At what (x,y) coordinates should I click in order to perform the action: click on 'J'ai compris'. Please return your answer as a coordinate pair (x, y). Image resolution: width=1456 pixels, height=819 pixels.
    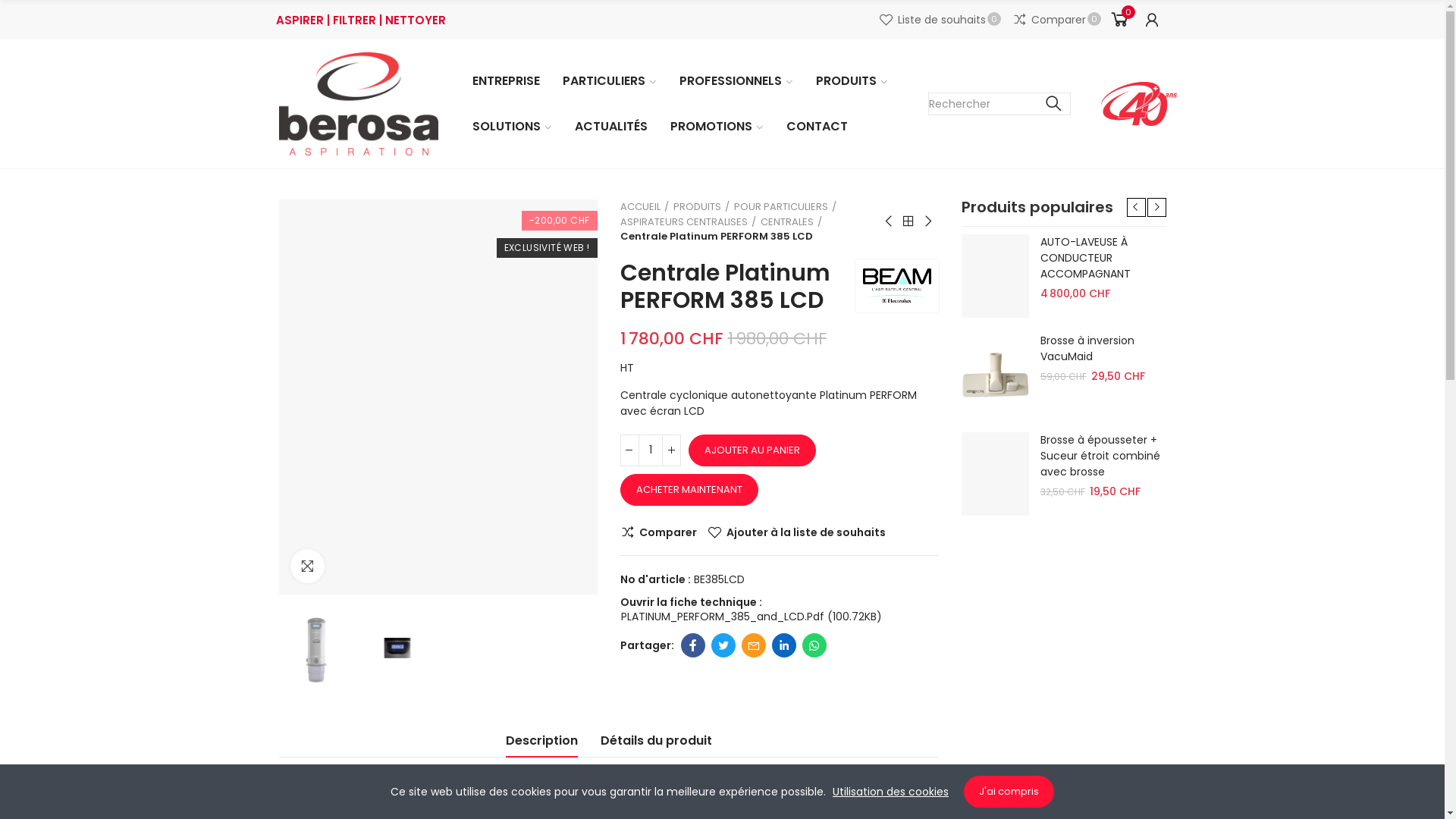
    Looking at the image, I should click on (1009, 791).